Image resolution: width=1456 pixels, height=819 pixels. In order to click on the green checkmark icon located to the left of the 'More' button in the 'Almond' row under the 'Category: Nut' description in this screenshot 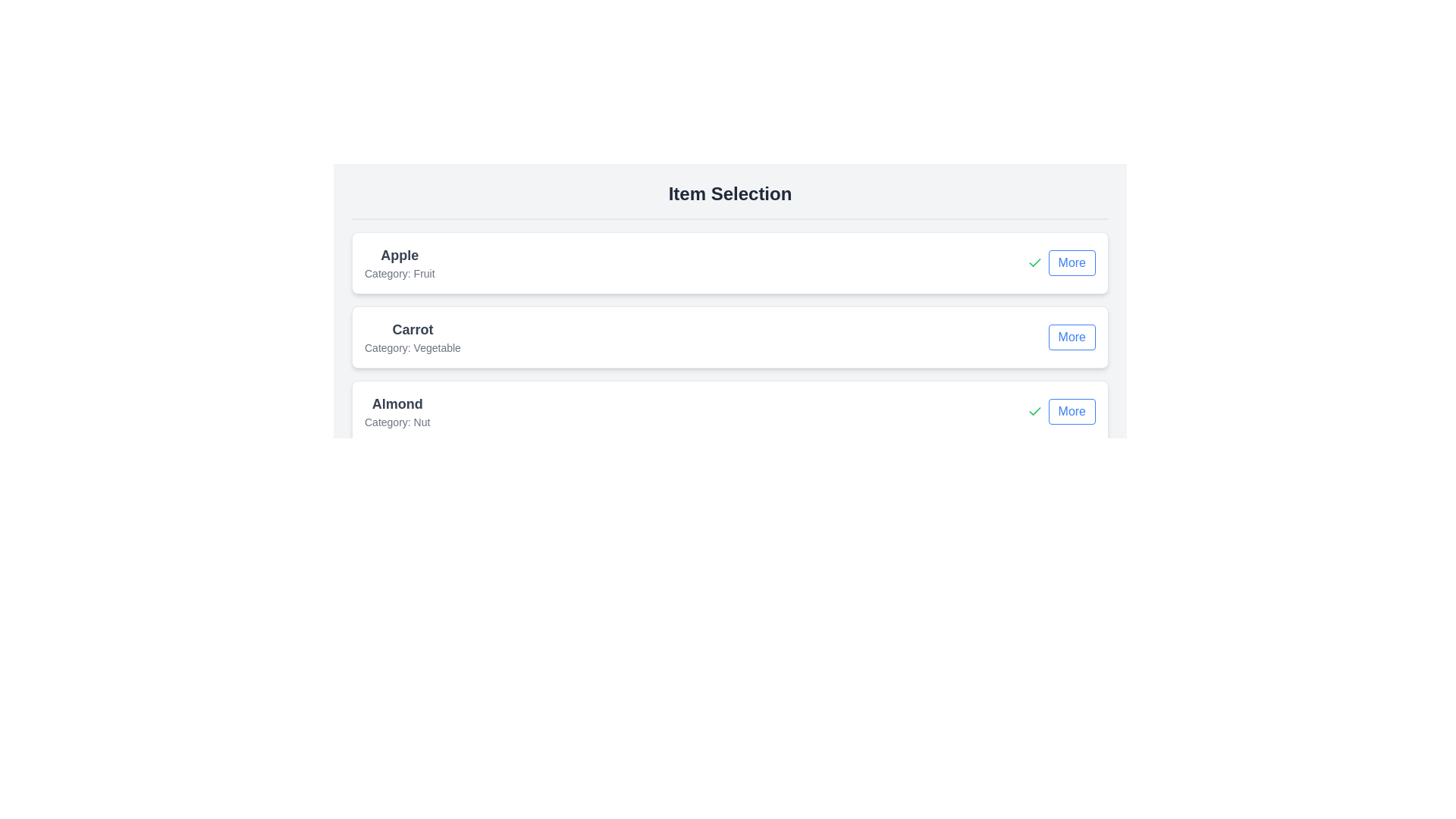, I will do `click(1034, 262)`.